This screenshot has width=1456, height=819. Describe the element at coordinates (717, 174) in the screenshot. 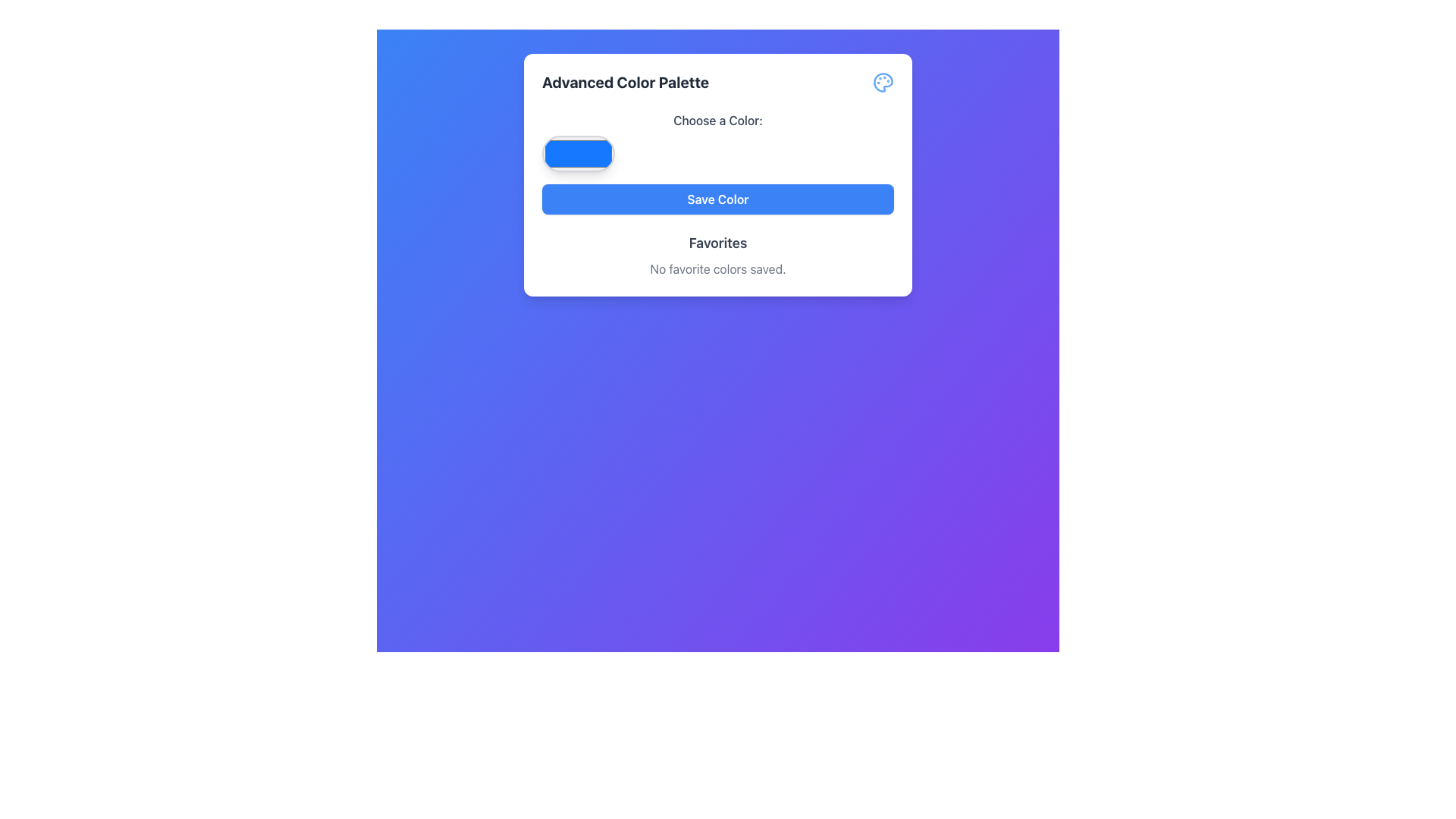

I see `the 'Save Color' button in the 'Advanced Color Palette' modal dialog, which is a rectangular box with rounded corners and a white background, centered in the application view` at that location.